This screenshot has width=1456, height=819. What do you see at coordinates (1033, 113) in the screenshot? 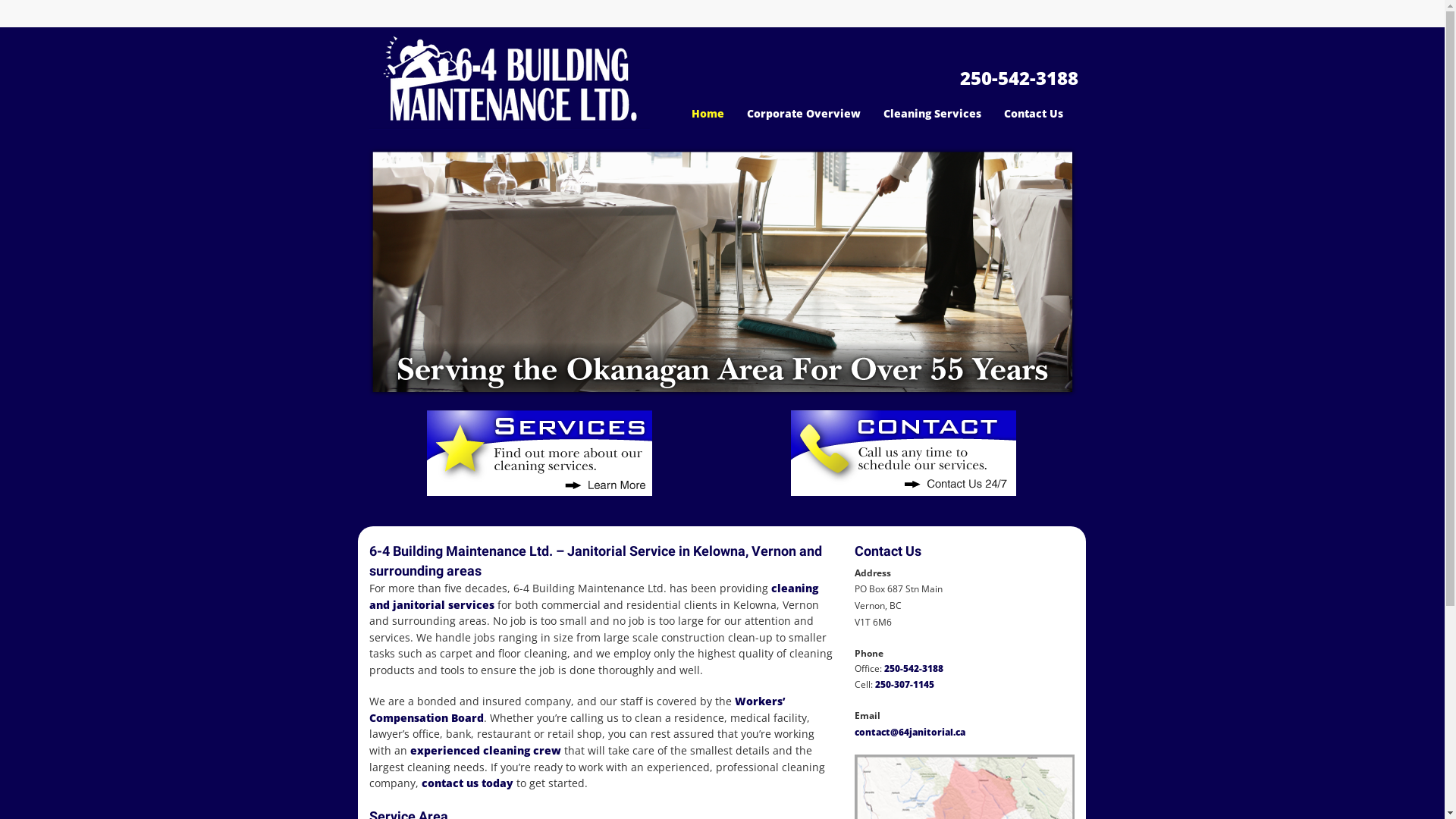
I see `'Contact Us'` at bounding box center [1033, 113].